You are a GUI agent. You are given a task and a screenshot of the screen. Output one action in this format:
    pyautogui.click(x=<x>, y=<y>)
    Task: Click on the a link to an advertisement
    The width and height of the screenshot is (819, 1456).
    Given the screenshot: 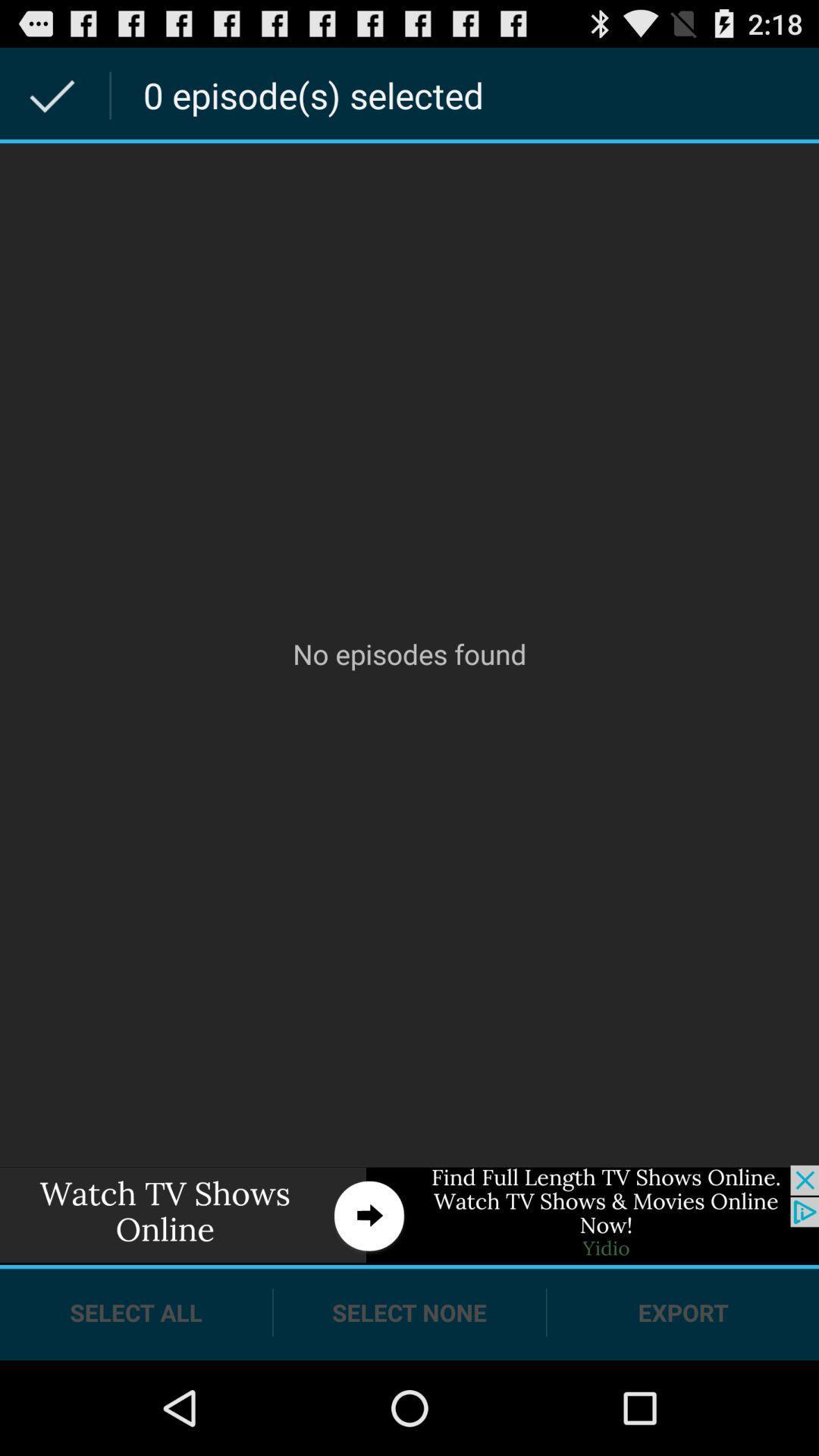 What is the action you would take?
    pyautogui.click(x=409, y=1215)
    